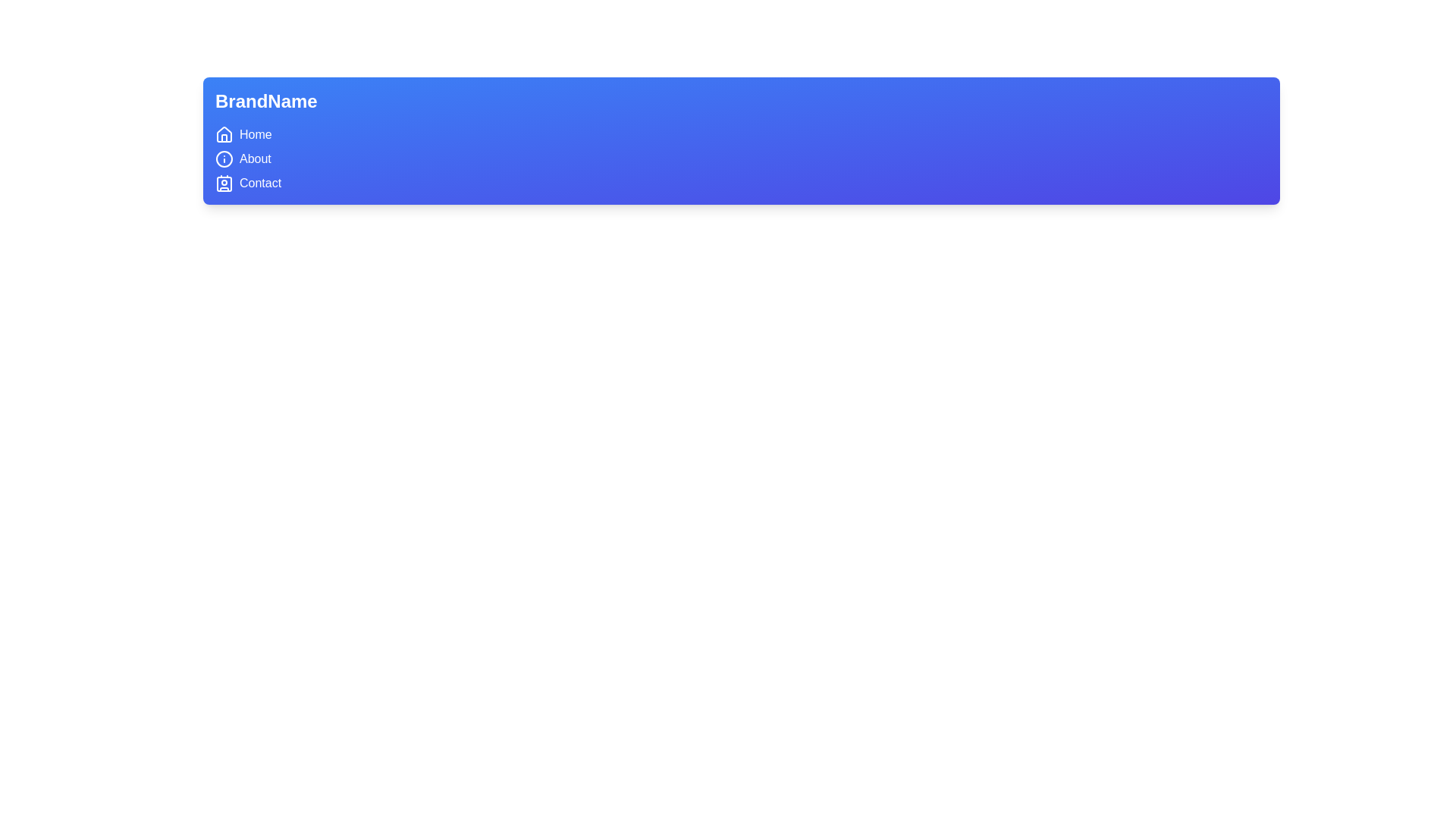 This screenshot has height=819, width=1456. Describe the element at coordinates (224, 133) in the screenshot. I see `the 'Home' navigational icon located at the first position in the vertical stack of icons on the left side of the blue menu bar` at that location.